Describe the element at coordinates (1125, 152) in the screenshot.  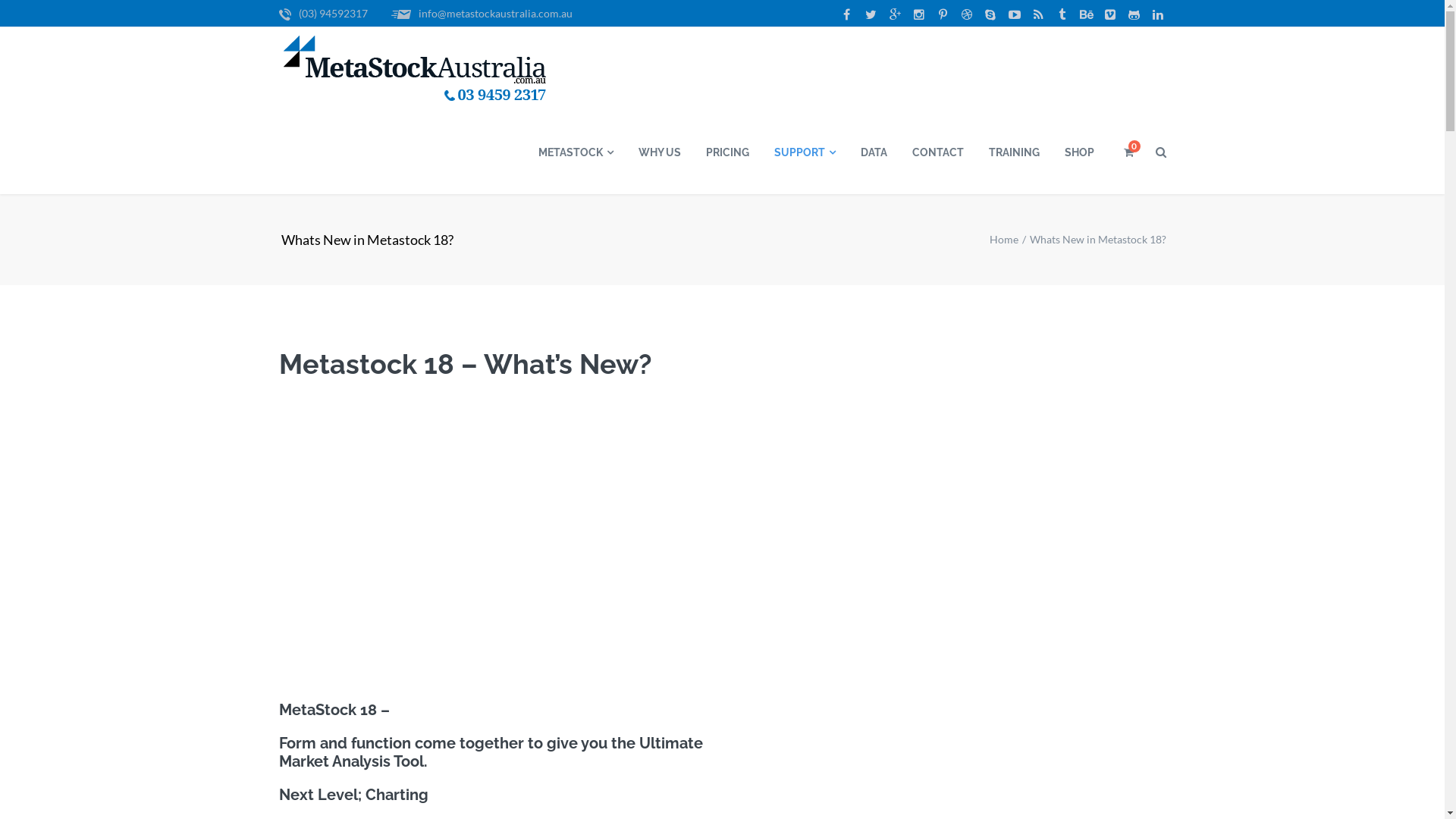
I see `'0'` at that location.